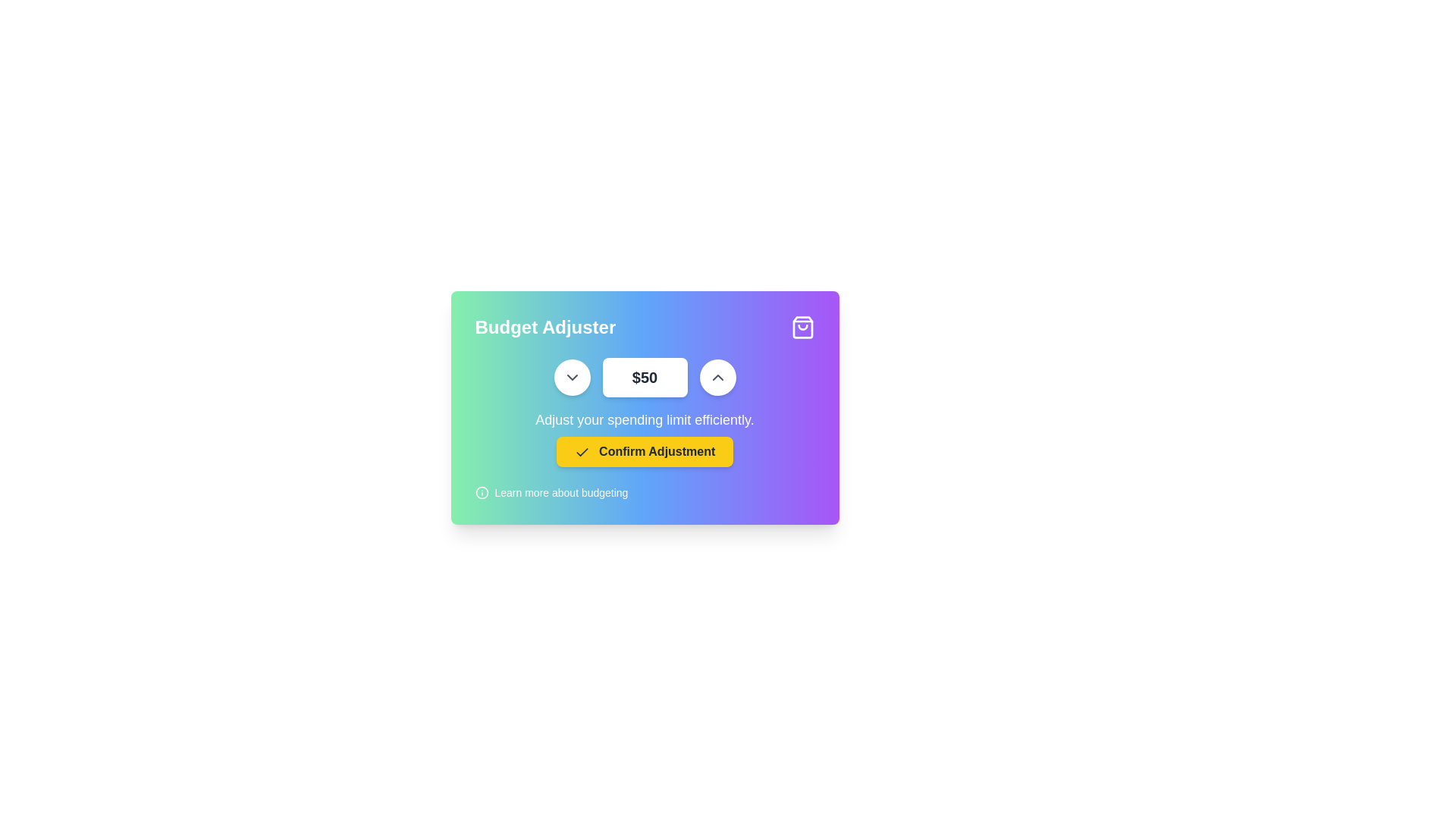 The image size is (1456, 819). I want to click on heading text 'Adjust your spending limit efficiently.' above the 'Confirm Adjustment' button, which is located at the bottom of the card layout, so click(645, 438).